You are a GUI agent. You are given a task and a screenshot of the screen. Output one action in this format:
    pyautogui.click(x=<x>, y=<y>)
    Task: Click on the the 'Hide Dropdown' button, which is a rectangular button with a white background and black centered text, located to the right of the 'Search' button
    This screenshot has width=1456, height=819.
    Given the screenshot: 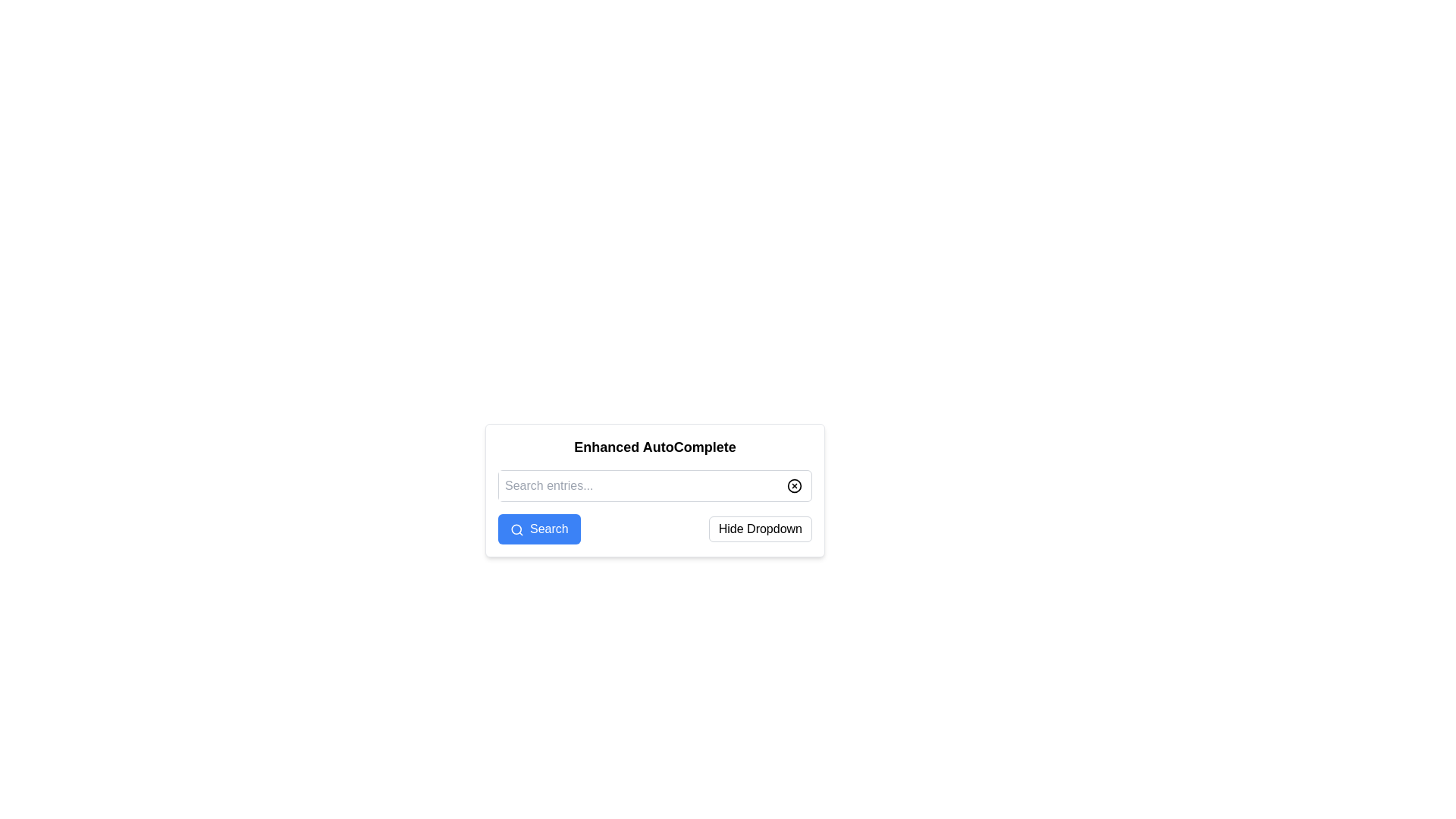 What is the action you would take?
    pyautogui.click(x=760, y=529)
    